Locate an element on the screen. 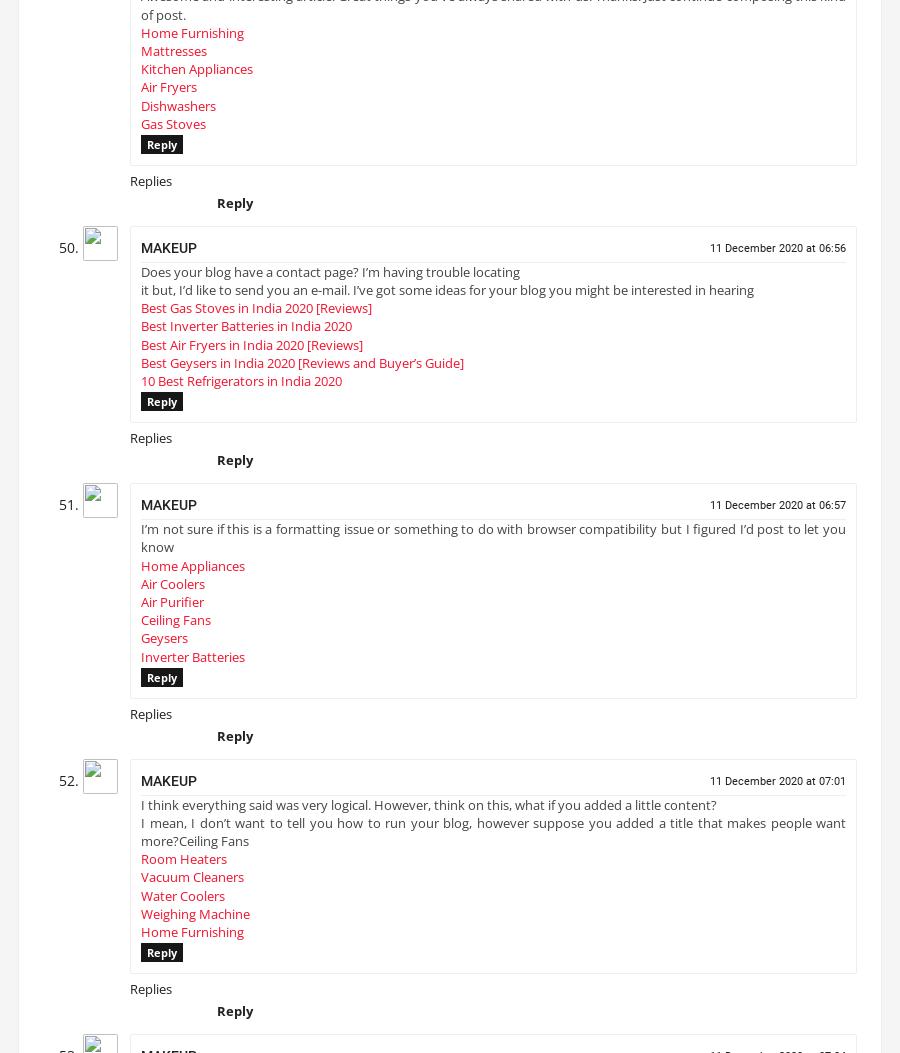 Image resolution: width=900 pixels, height=1053 pixels. 'Weighing Machine' is located at coordinates (141, 919).